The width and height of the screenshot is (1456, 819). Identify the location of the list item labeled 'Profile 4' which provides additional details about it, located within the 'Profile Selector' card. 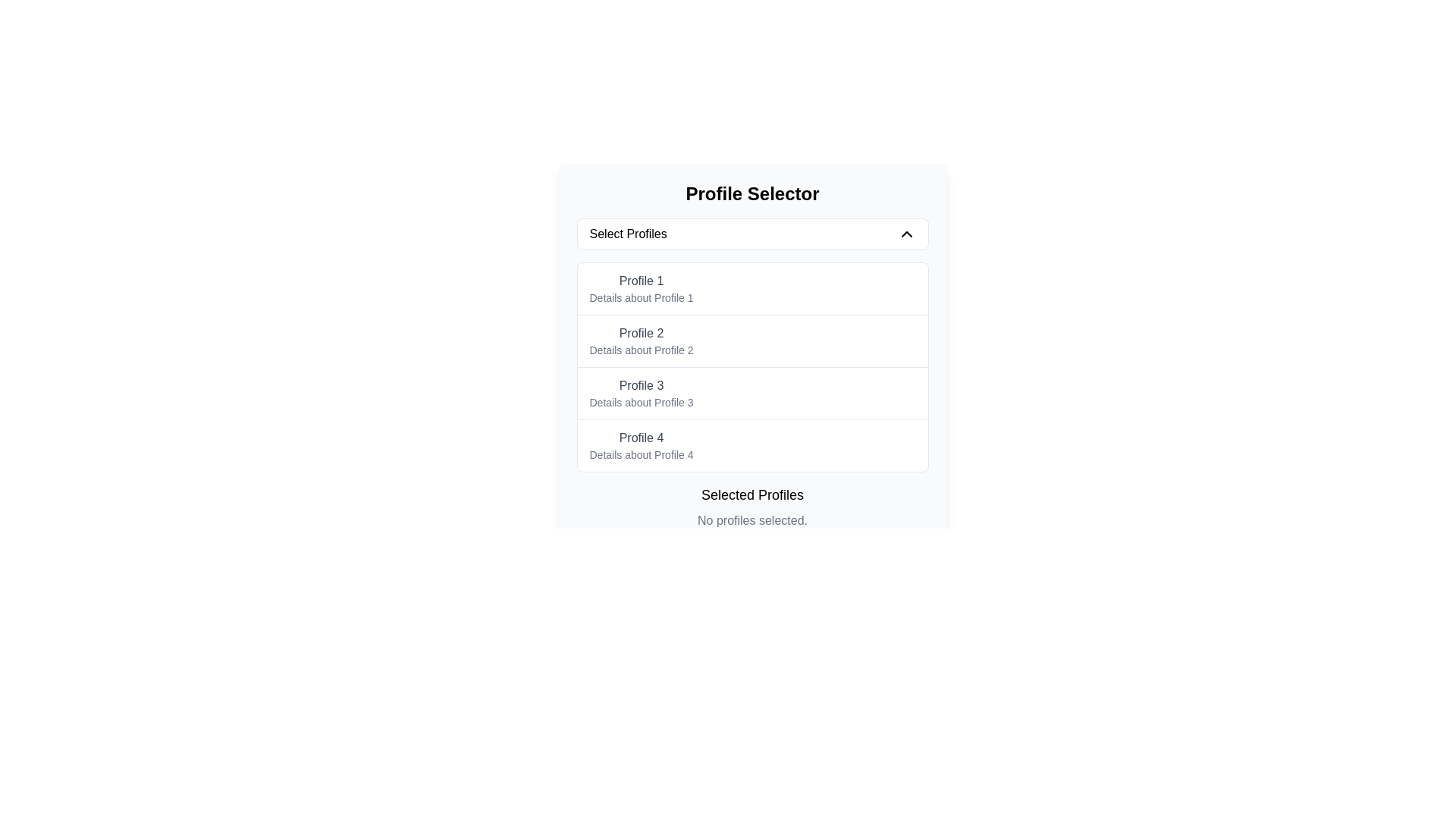
(641, 444).